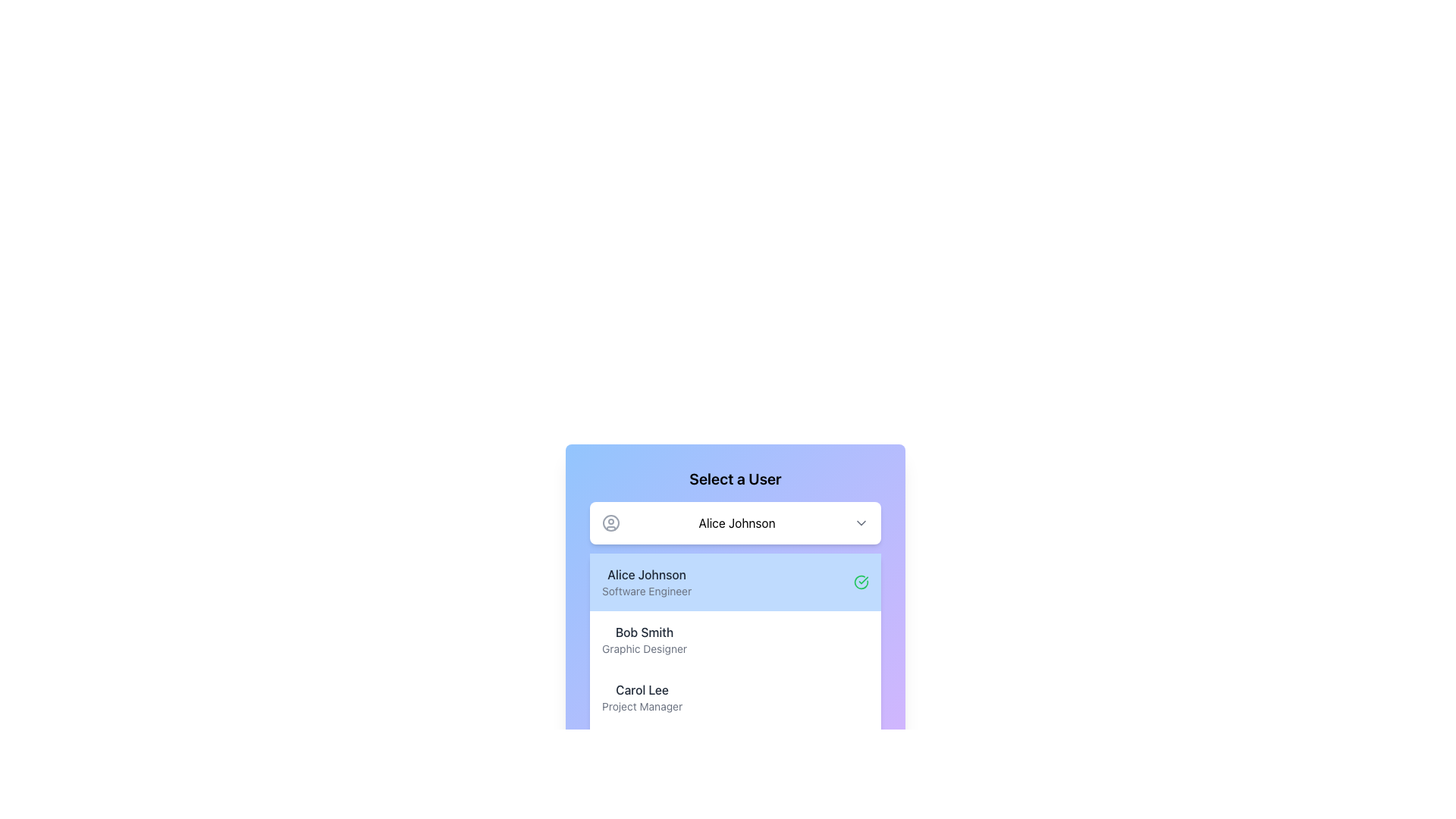  What do you see at coordinates (861, 581) in the screenshot?
I see `the selection indication by clicking on the icon located at the top-right corner of the selection panel labeled 'Alice Johnson Software Engineer'` at bounding box center [861, 581].